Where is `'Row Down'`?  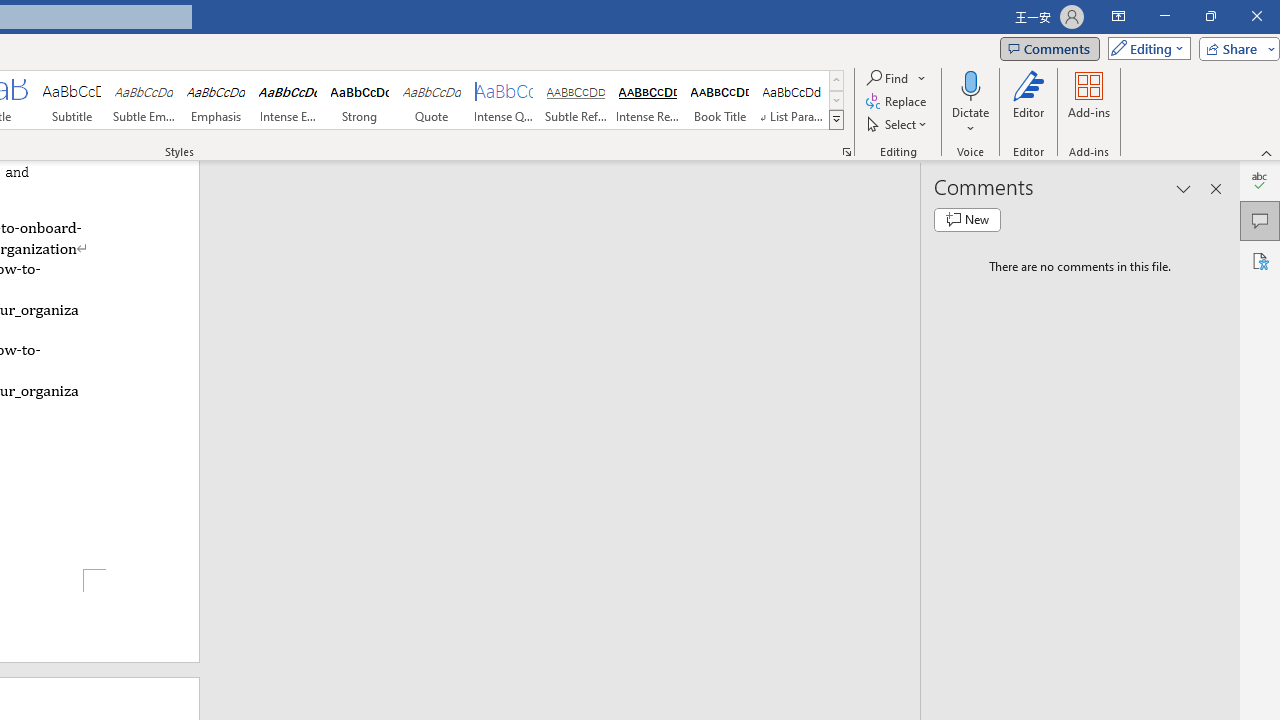
'Row Down' is located at coordinates (836, 100).